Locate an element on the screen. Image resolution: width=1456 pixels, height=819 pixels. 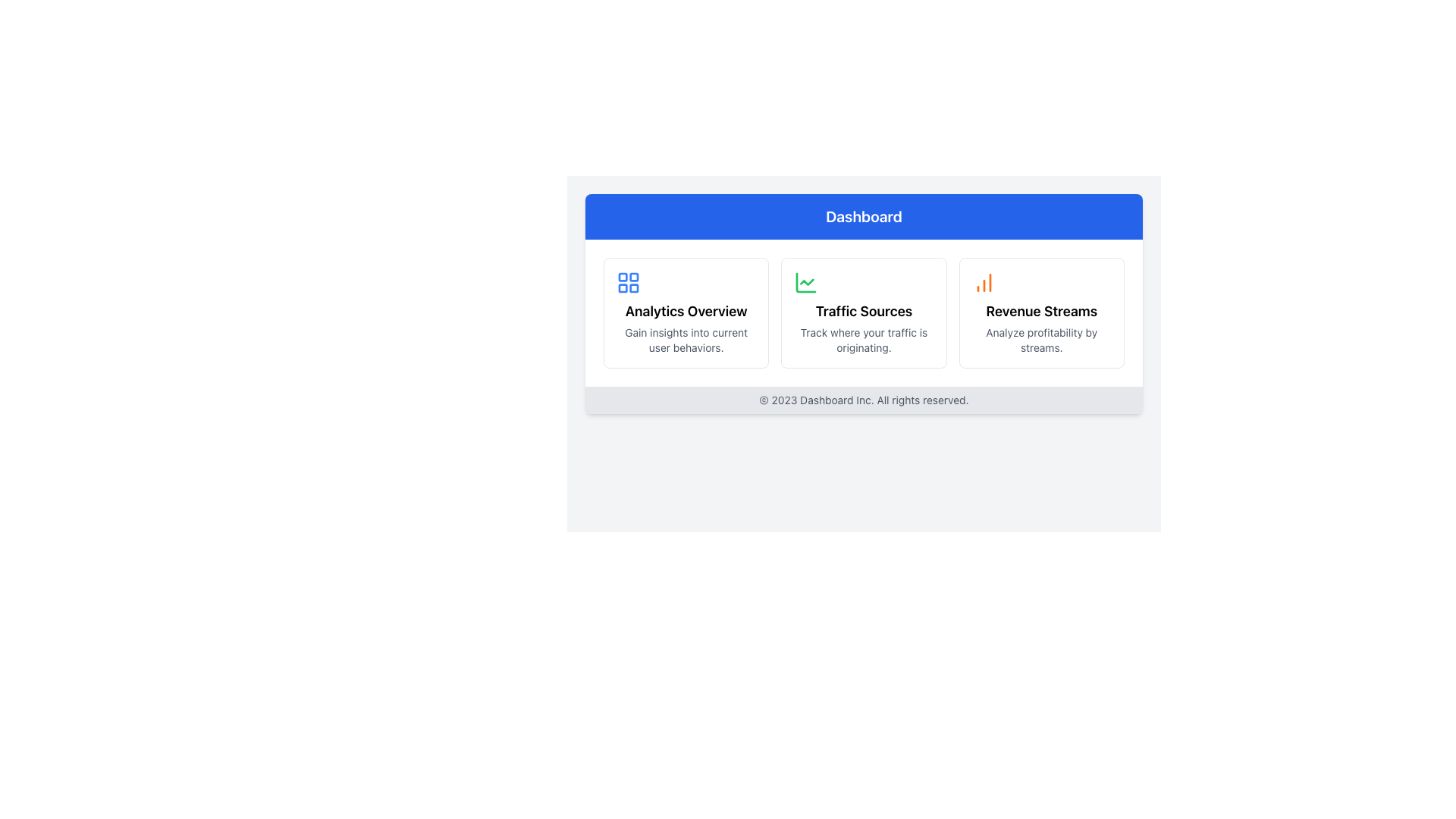
the blue outline grid icon, which is the top-left component within the horizontal group of icons in the 'Analytics Overview' section of the dashboard is located at coordinates (629, 283).